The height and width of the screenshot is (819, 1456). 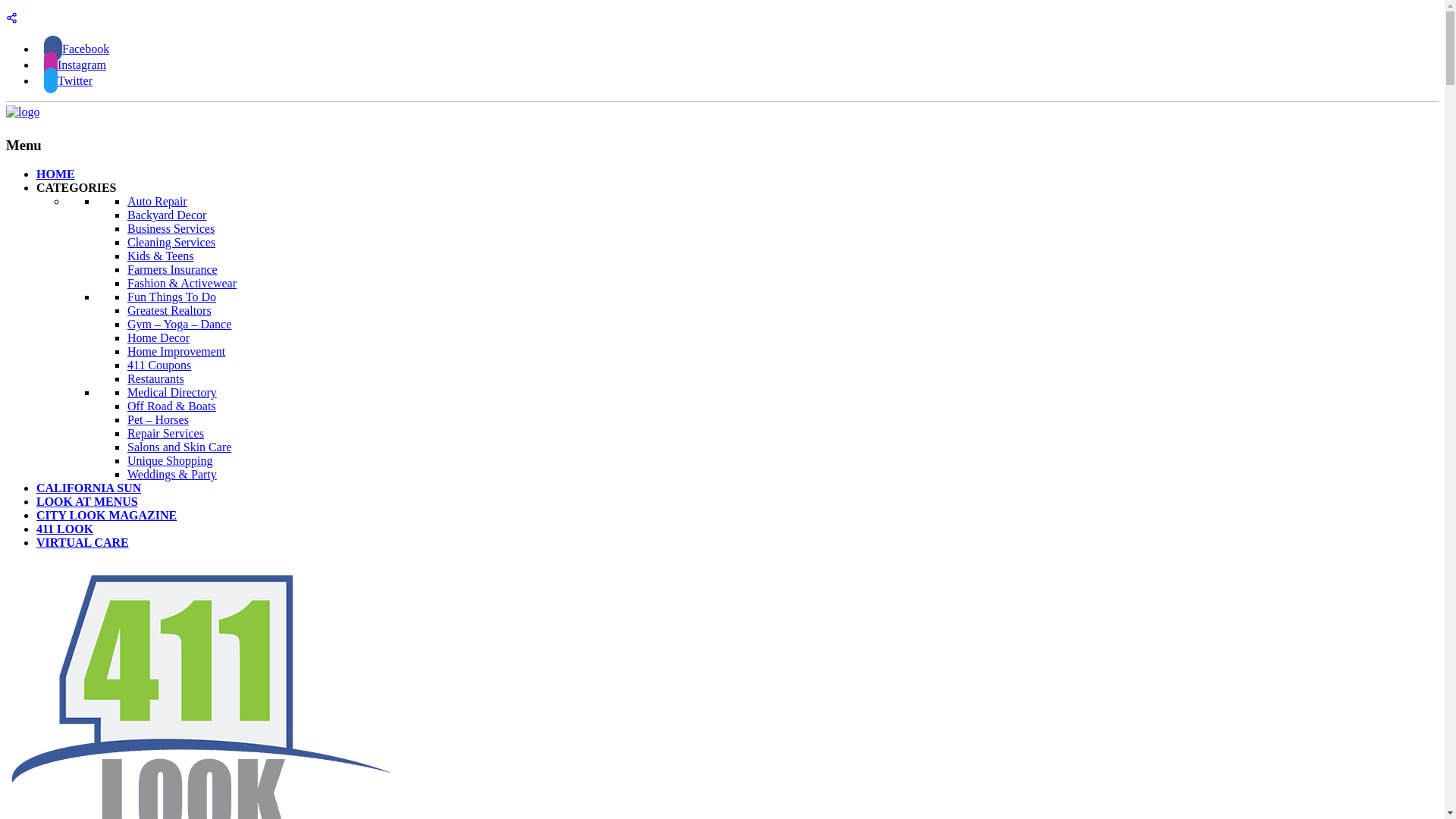 I want to click on '411 Coupons', so click(x=159, y=365).